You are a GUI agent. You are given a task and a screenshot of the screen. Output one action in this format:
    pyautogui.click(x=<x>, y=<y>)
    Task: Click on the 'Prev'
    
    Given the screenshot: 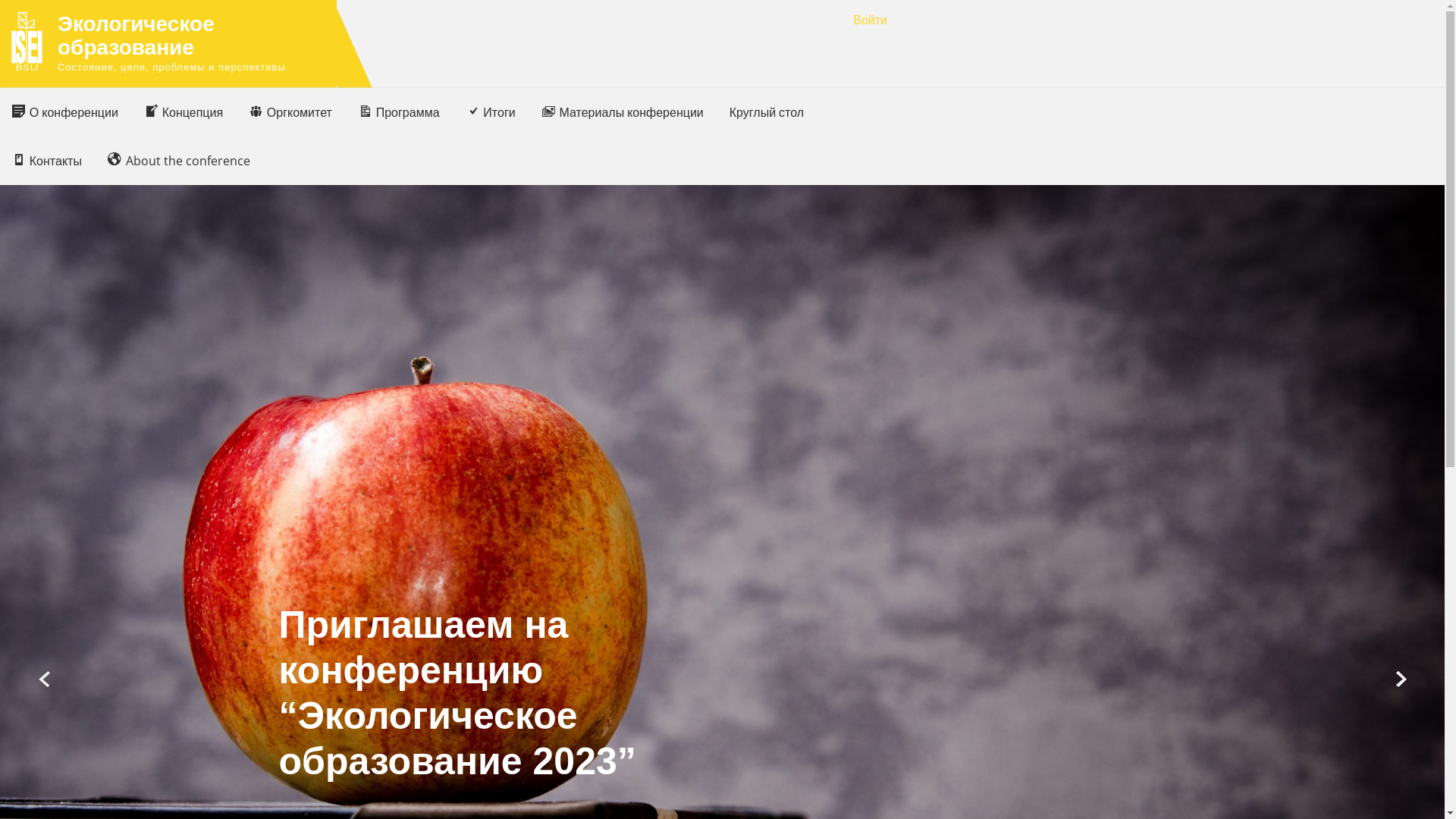 What is the action you would take?
    pyautogui.click(x=45, y=679)
    